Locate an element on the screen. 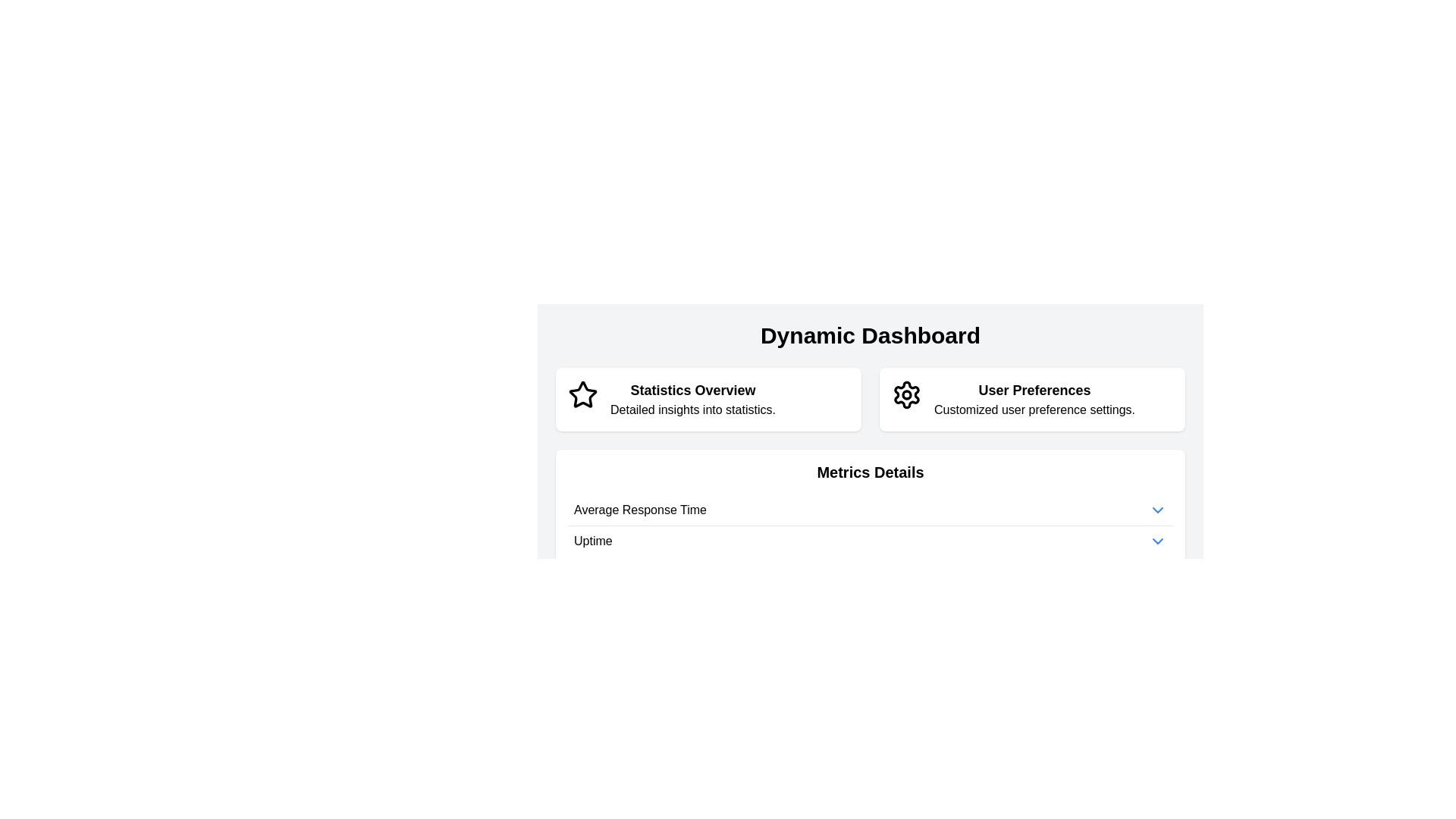 This screenshot has width=1456, height=819. the static text label that provides additional information about 'User Preferences', located below the 'User Preferences' title in the right section of the user interface panel under the 'Dynamic Dashboard' header is located at coordinates (1034, 409).